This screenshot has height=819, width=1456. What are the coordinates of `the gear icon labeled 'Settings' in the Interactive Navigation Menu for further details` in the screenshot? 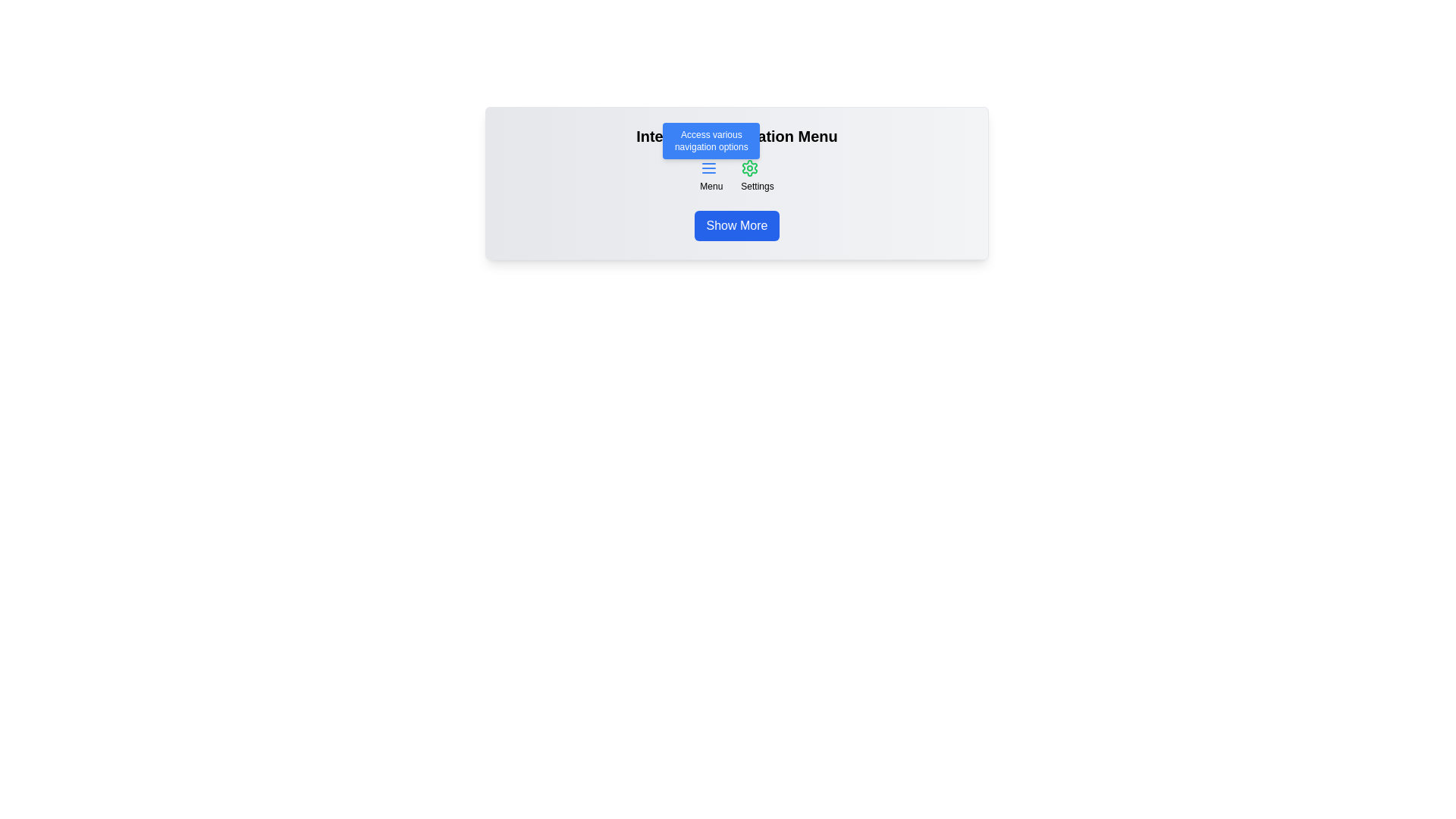 It's located at (736, 174).